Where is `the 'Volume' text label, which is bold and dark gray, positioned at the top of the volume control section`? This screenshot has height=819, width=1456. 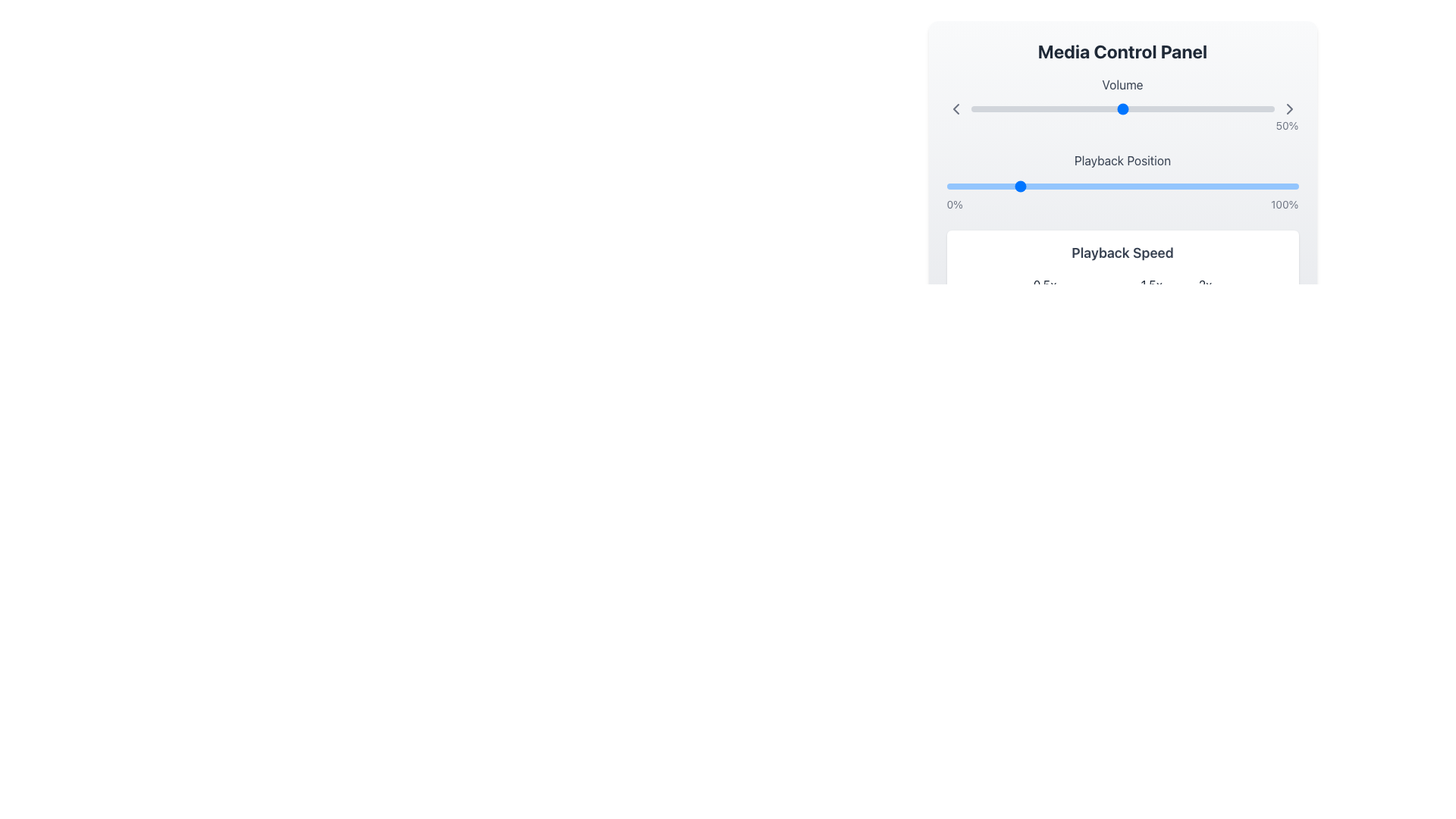 the 'Volume' text label, which is bold and dark gray, positioned at the top of the volume control section is located at coordinates (1122, 84).